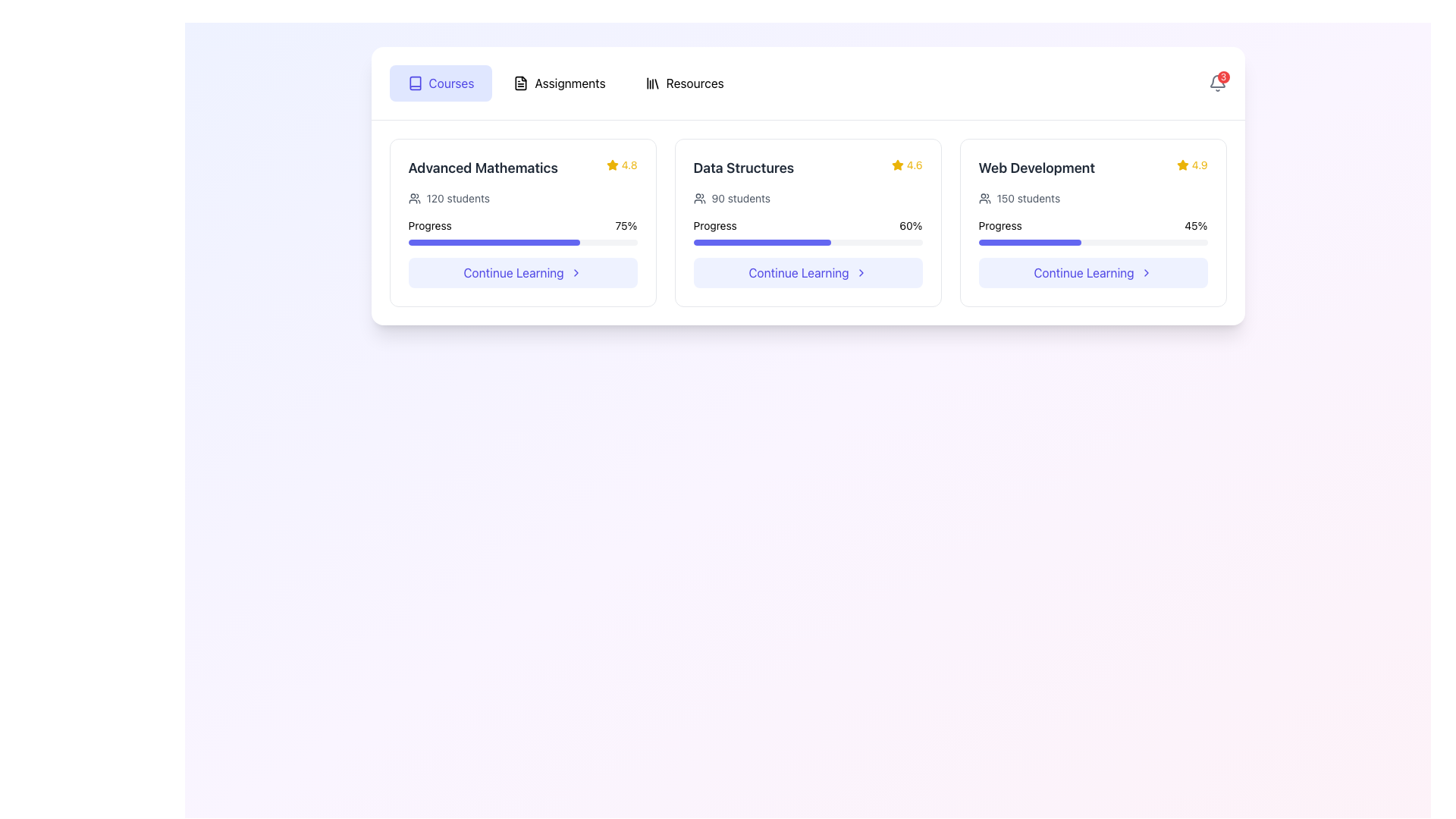  What do you see at coordinates (698, 198) in the screenshot?
I see `the user figures icon in minimalist line-art style located to the left of the '90 students' text in the 'Data Structures' course card` at bounding box center [698, 198].